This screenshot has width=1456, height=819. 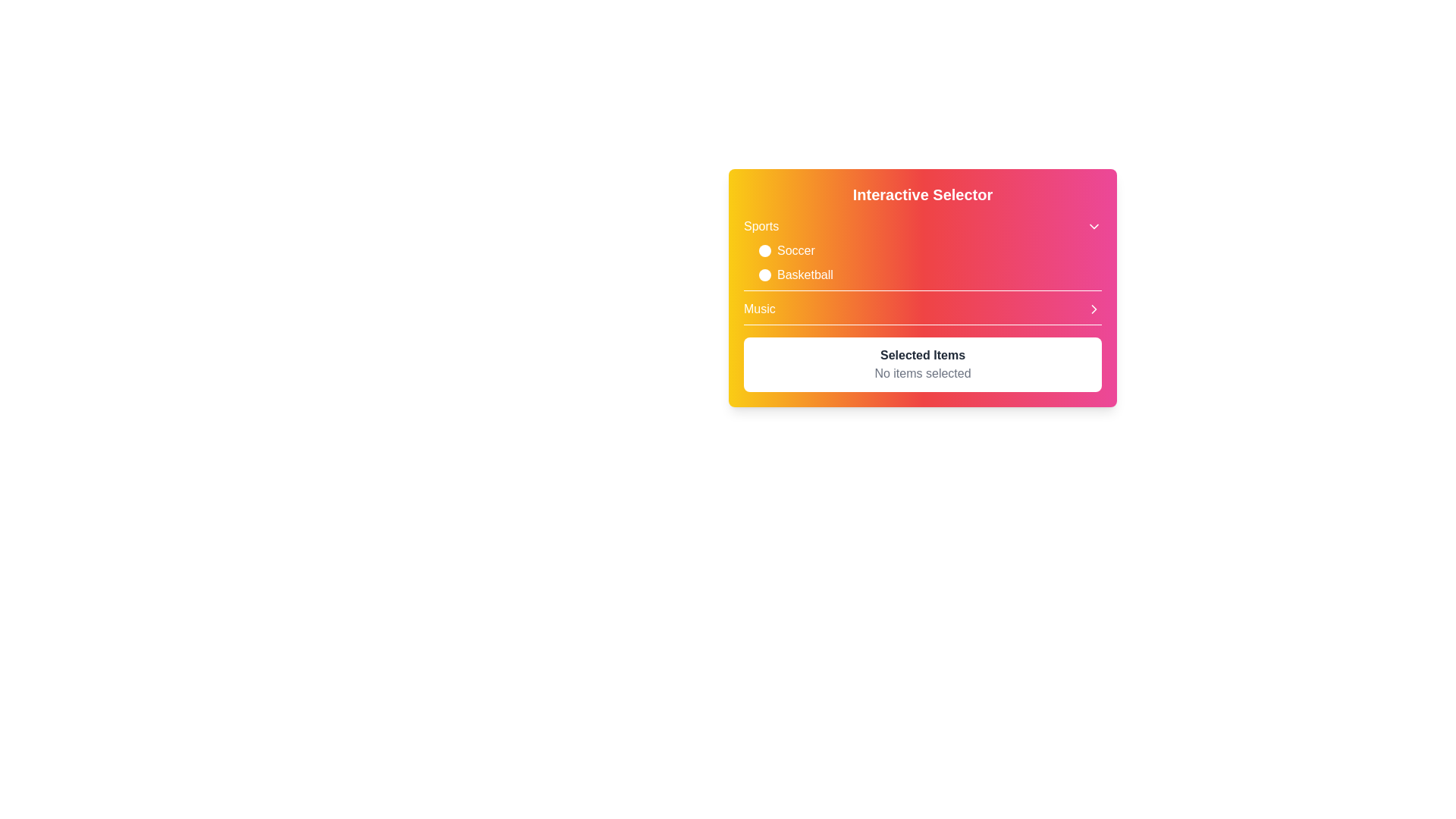 I want to click on the interactive button on the left side of the word 'Basketball', so click(x=764, y=275).